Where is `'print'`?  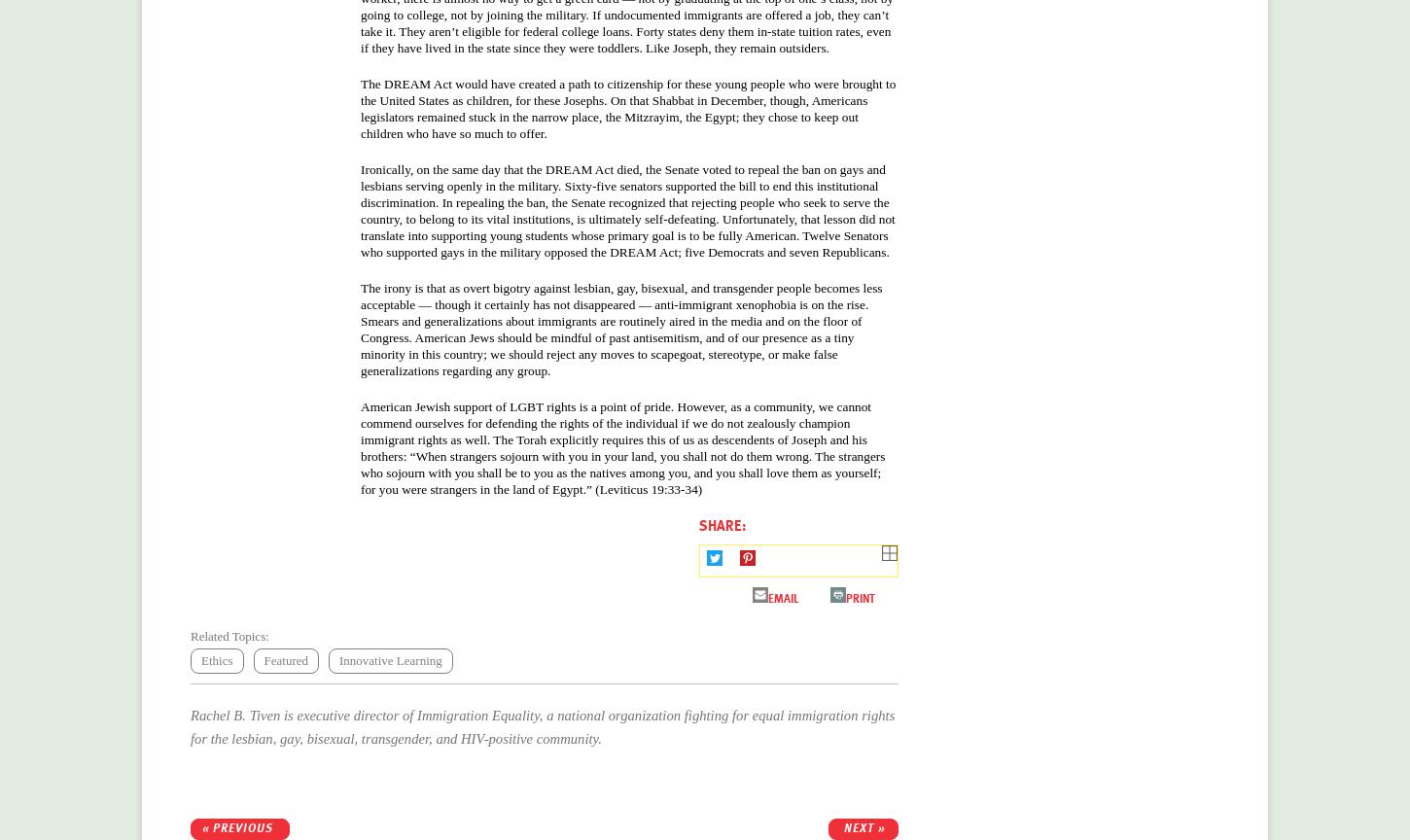
'print' is located at coordinates (845, 596).